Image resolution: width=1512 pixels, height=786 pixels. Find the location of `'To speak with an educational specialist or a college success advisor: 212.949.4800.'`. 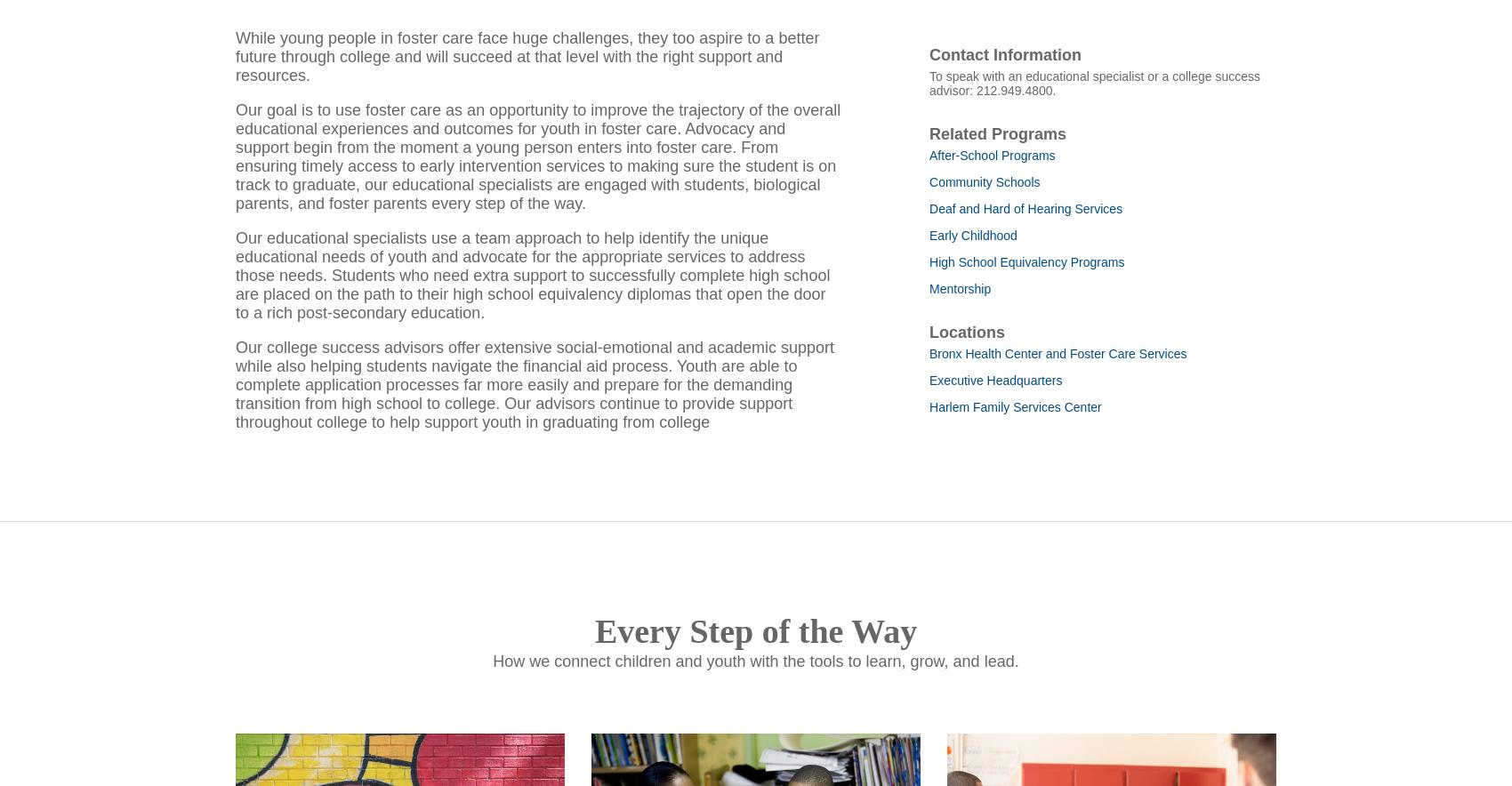

'To speak with an educational specialist or a college success advisor: 212.949.4800.' is located at coordinates (928, 105).